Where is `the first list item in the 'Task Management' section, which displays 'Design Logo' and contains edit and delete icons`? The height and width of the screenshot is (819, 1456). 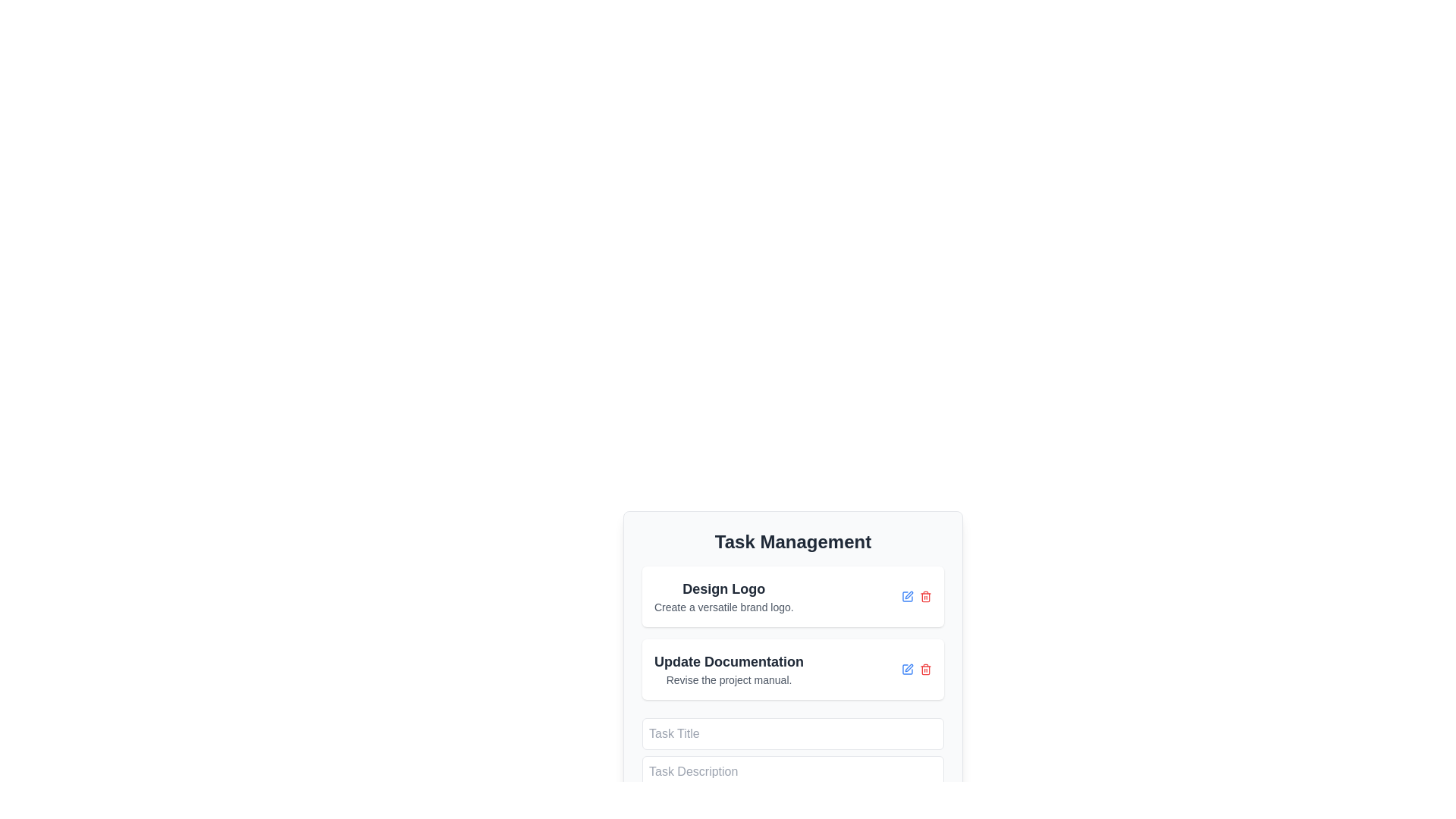 the first list item in the 'Task Management' section, which displays 'Design Logo' and contains edit and delete icons is located at coordinates (792, 595).